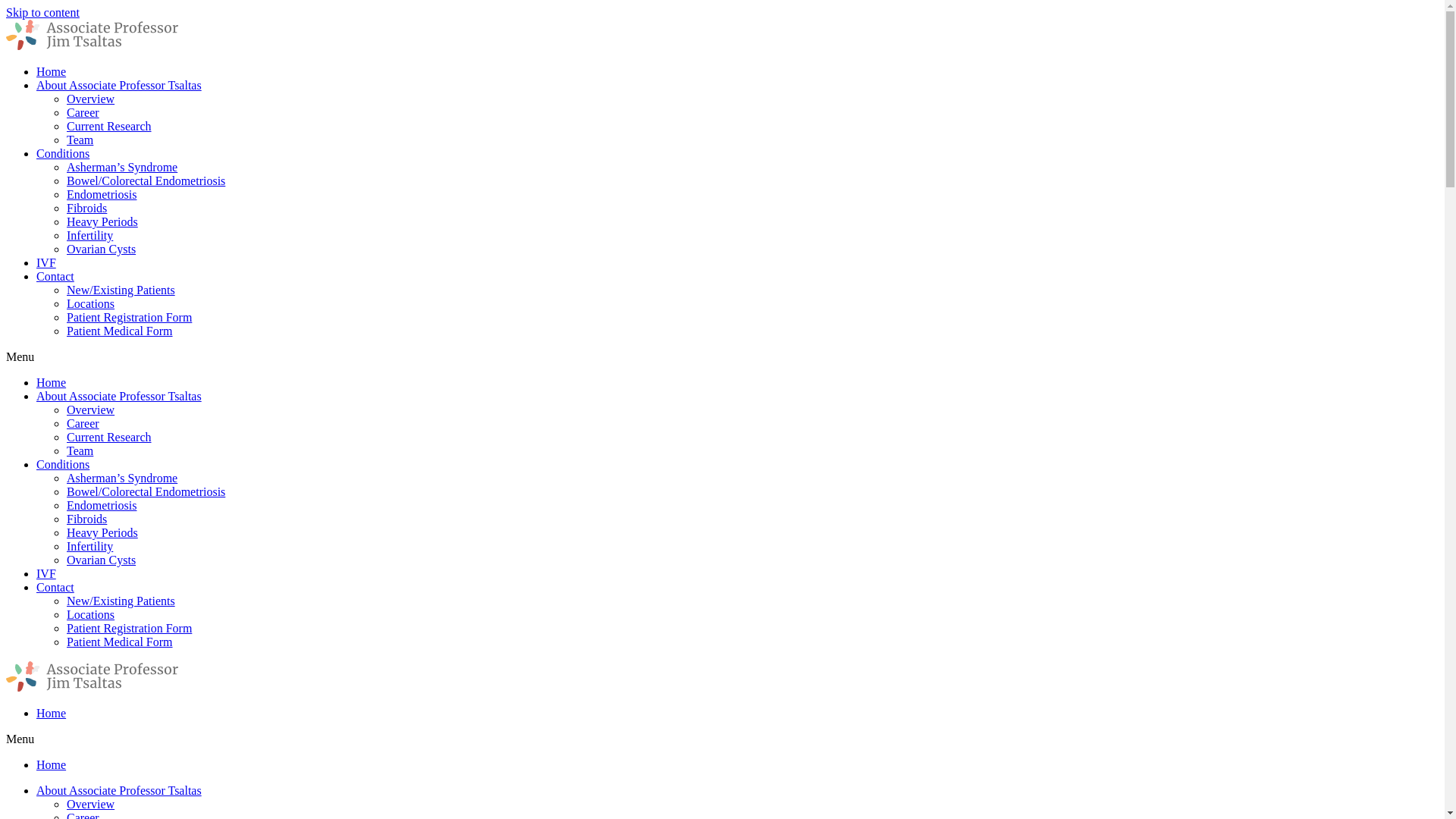 The height and width of the screenshot is (819, 1456). What do you see at coordinates (42, 12) in the screenshot?
I see `'Skip to content'` at bounding box center [42, 12].